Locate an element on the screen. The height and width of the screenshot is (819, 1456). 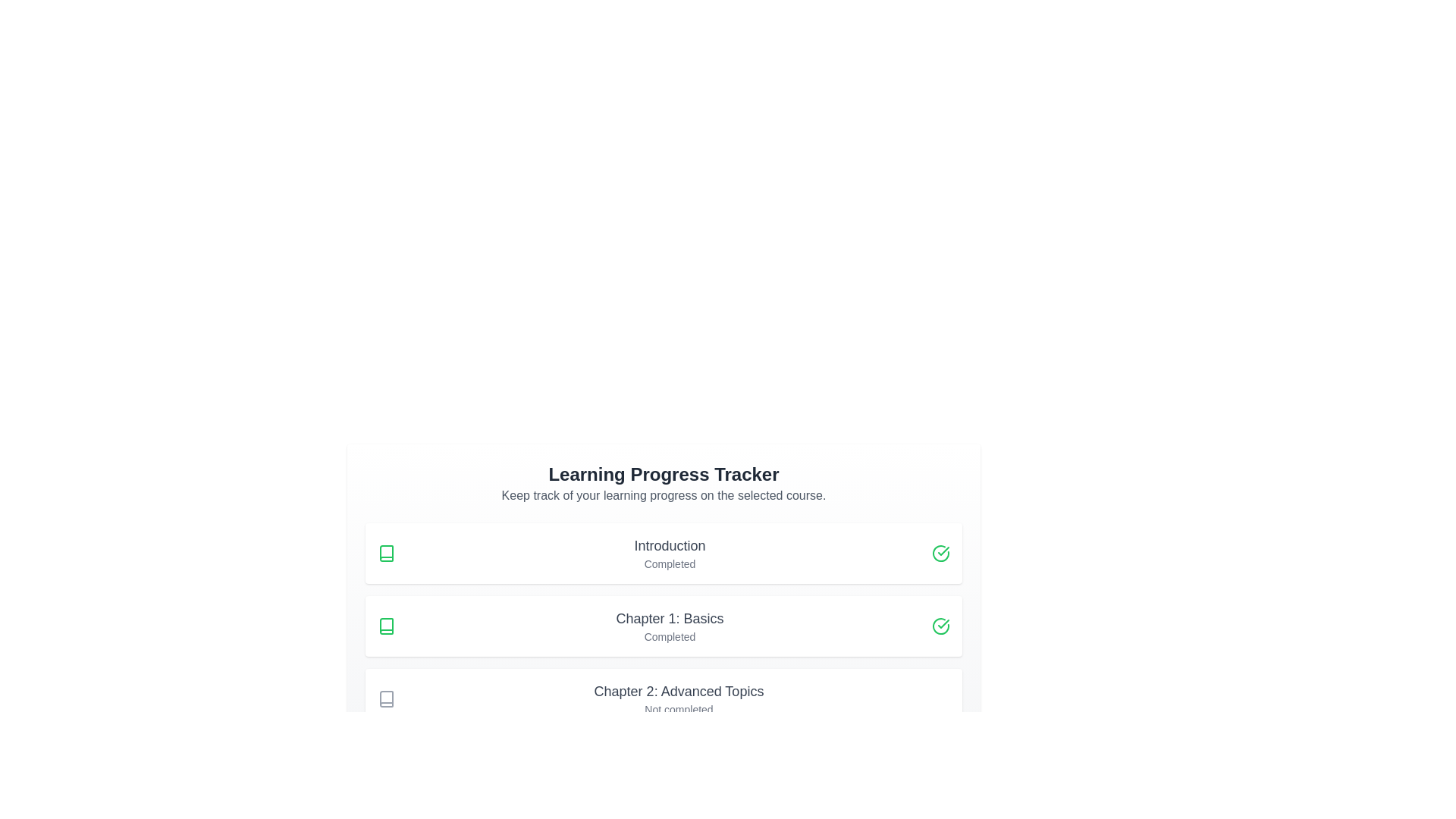
the progress status list item that shows the completion status of a specific section or chapter is located at coordinates (664, 662).